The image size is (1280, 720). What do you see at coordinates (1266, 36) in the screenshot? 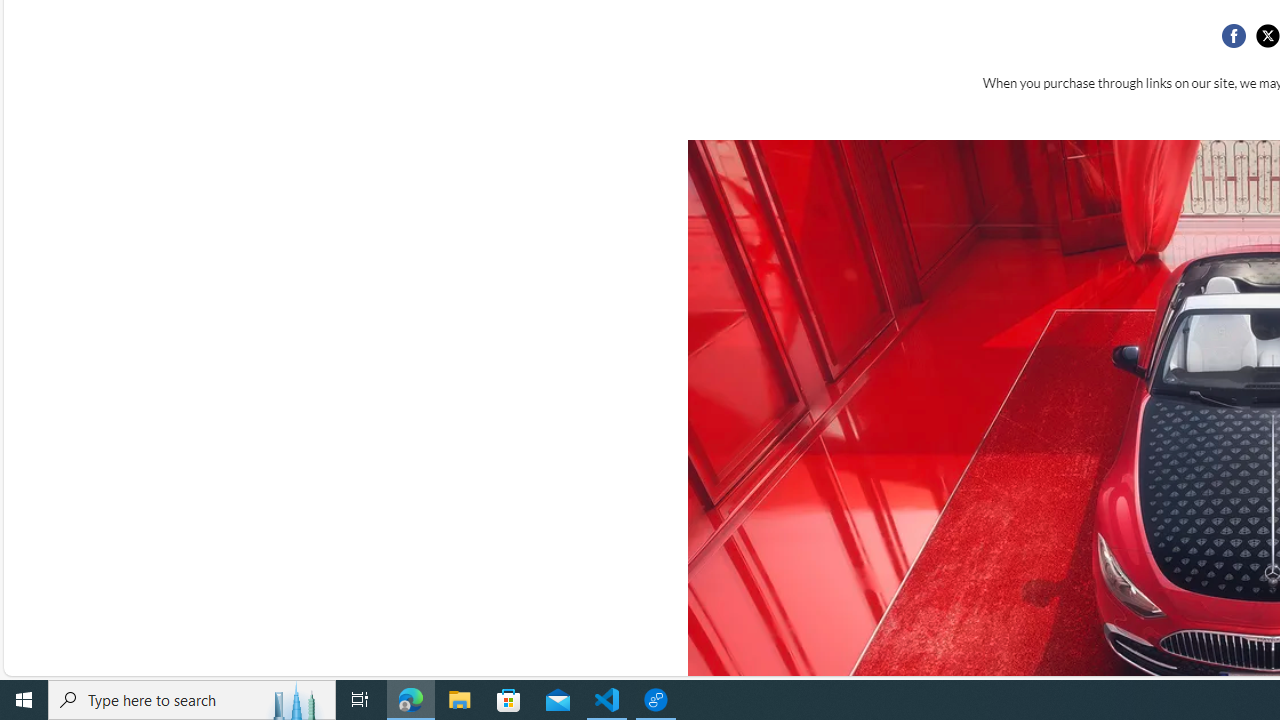
I see `'Class: icon-svg'` at bounding box center [1266, 36].